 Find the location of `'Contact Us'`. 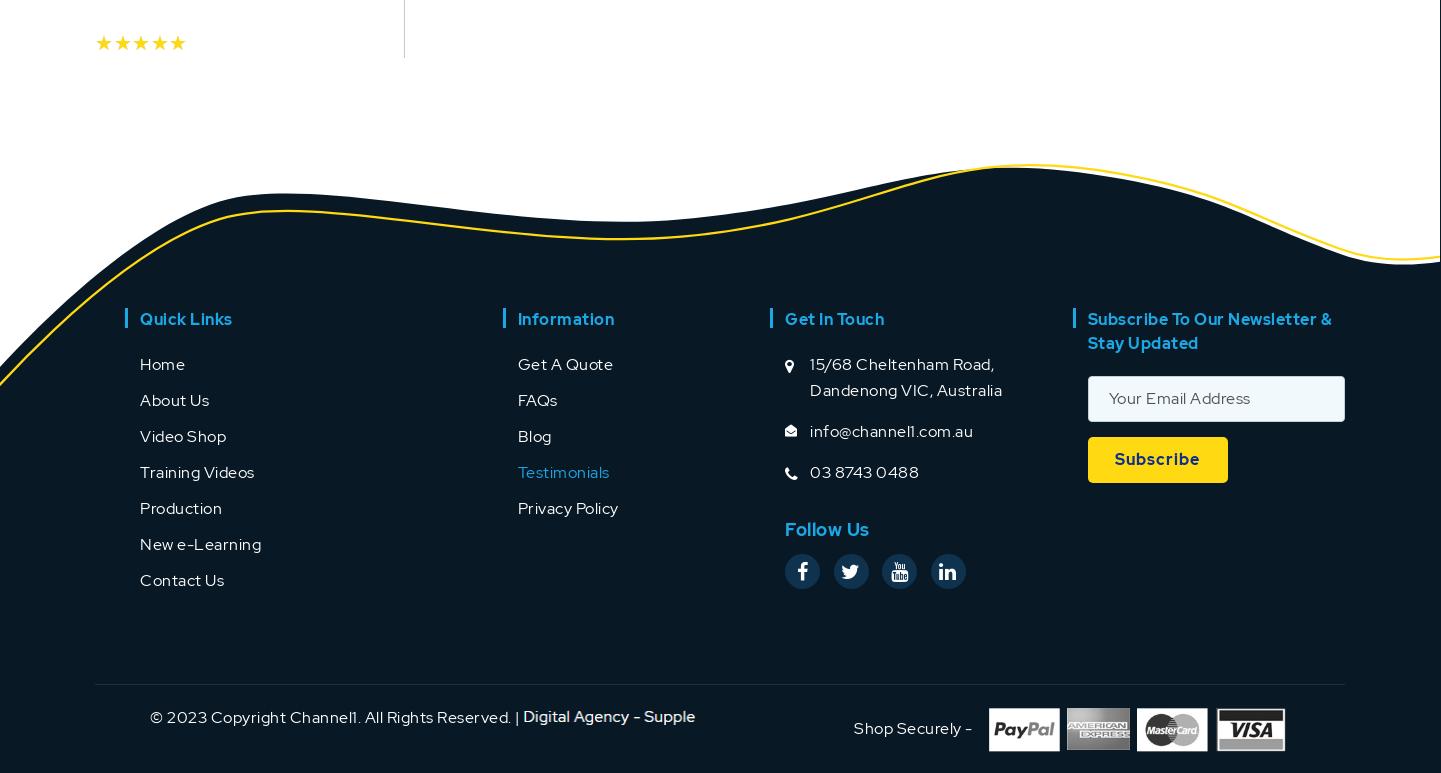

'Contact Us' is located at coordinates (139, 579).